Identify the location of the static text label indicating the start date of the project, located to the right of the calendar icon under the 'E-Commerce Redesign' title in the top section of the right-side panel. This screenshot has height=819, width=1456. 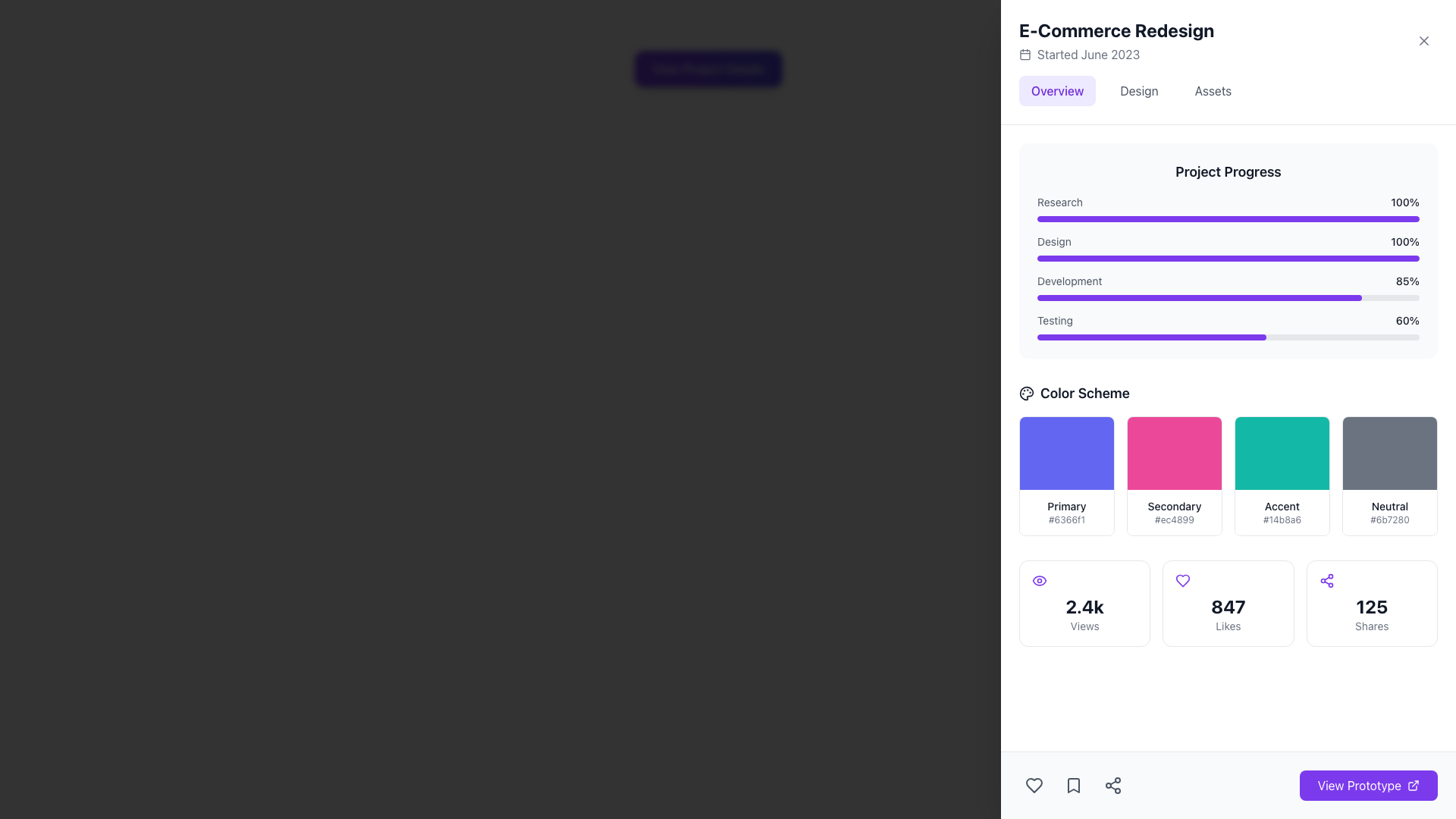
(1087, 54).